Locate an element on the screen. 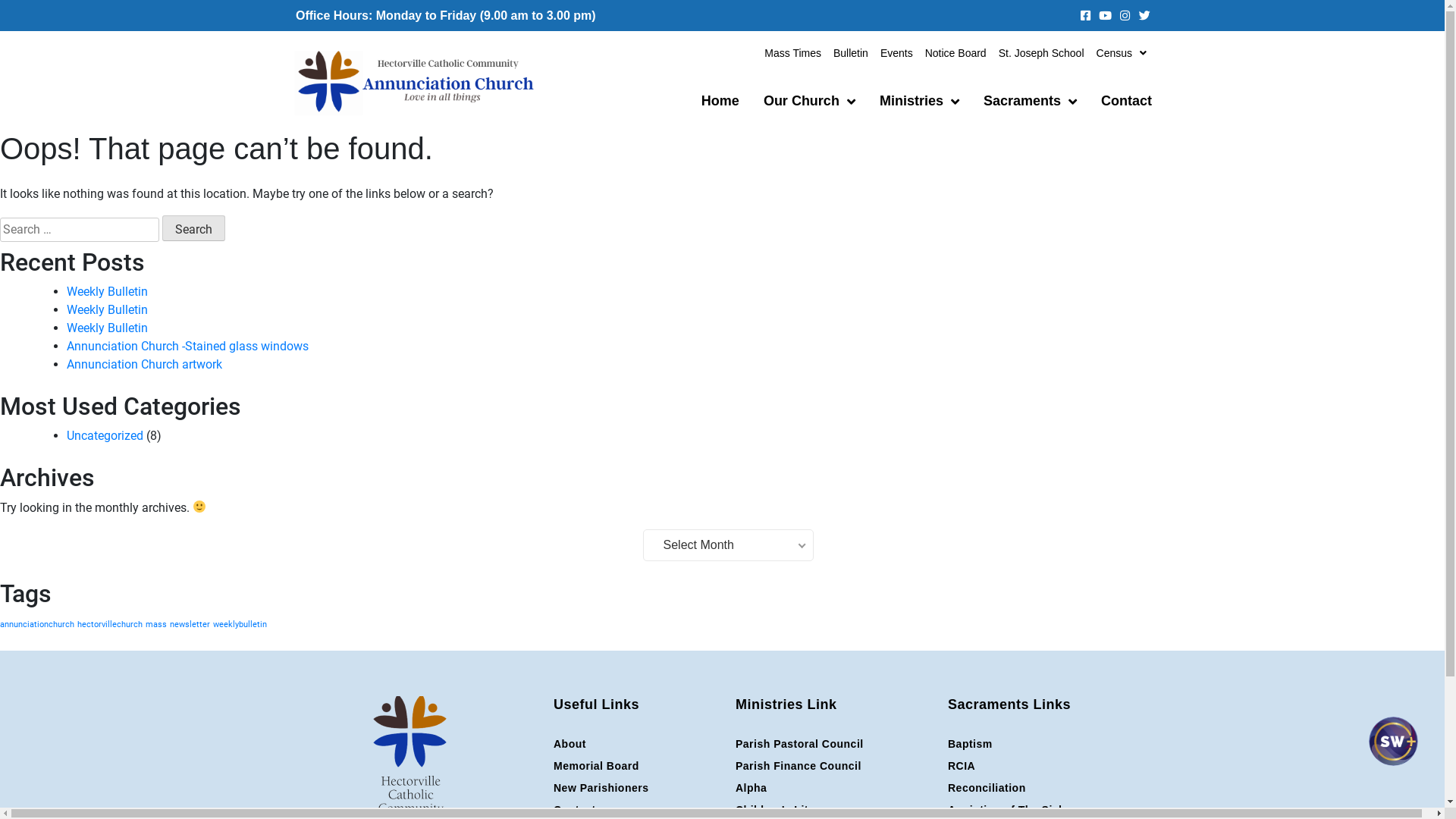 The height and width of the screenshot is (819, 1456). 'Weekly Bulletin' is located at coordinates (106, 309).